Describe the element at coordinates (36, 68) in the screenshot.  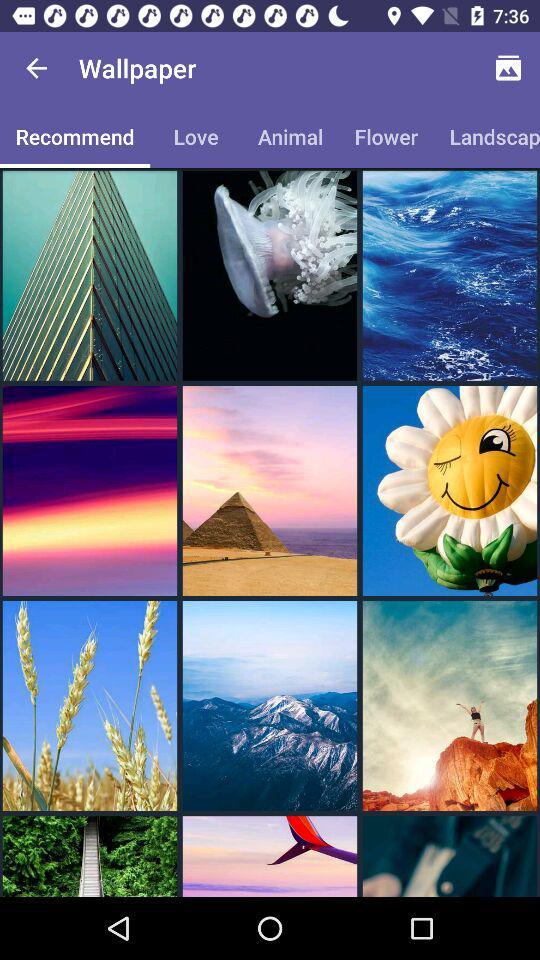
I see `the icon next to wallpaper icon` at that location.